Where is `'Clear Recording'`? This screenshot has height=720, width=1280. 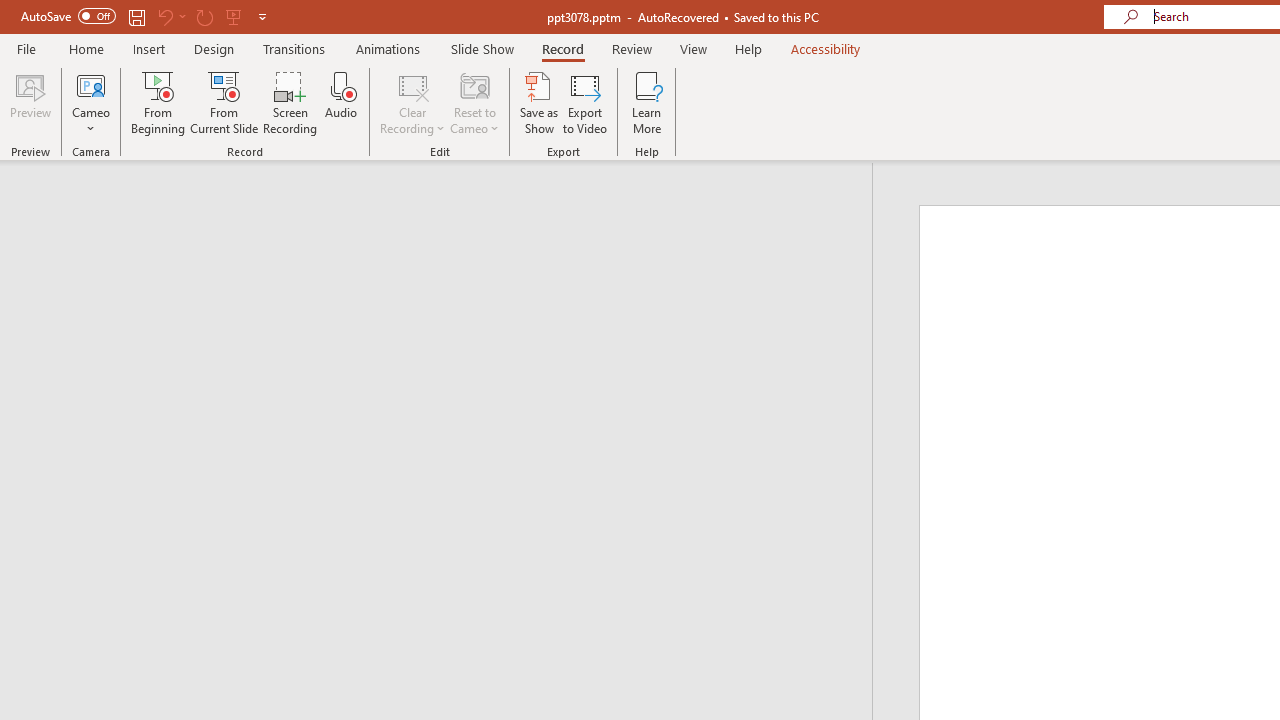 'Clear Recording' is located at coordinates (411, 103).